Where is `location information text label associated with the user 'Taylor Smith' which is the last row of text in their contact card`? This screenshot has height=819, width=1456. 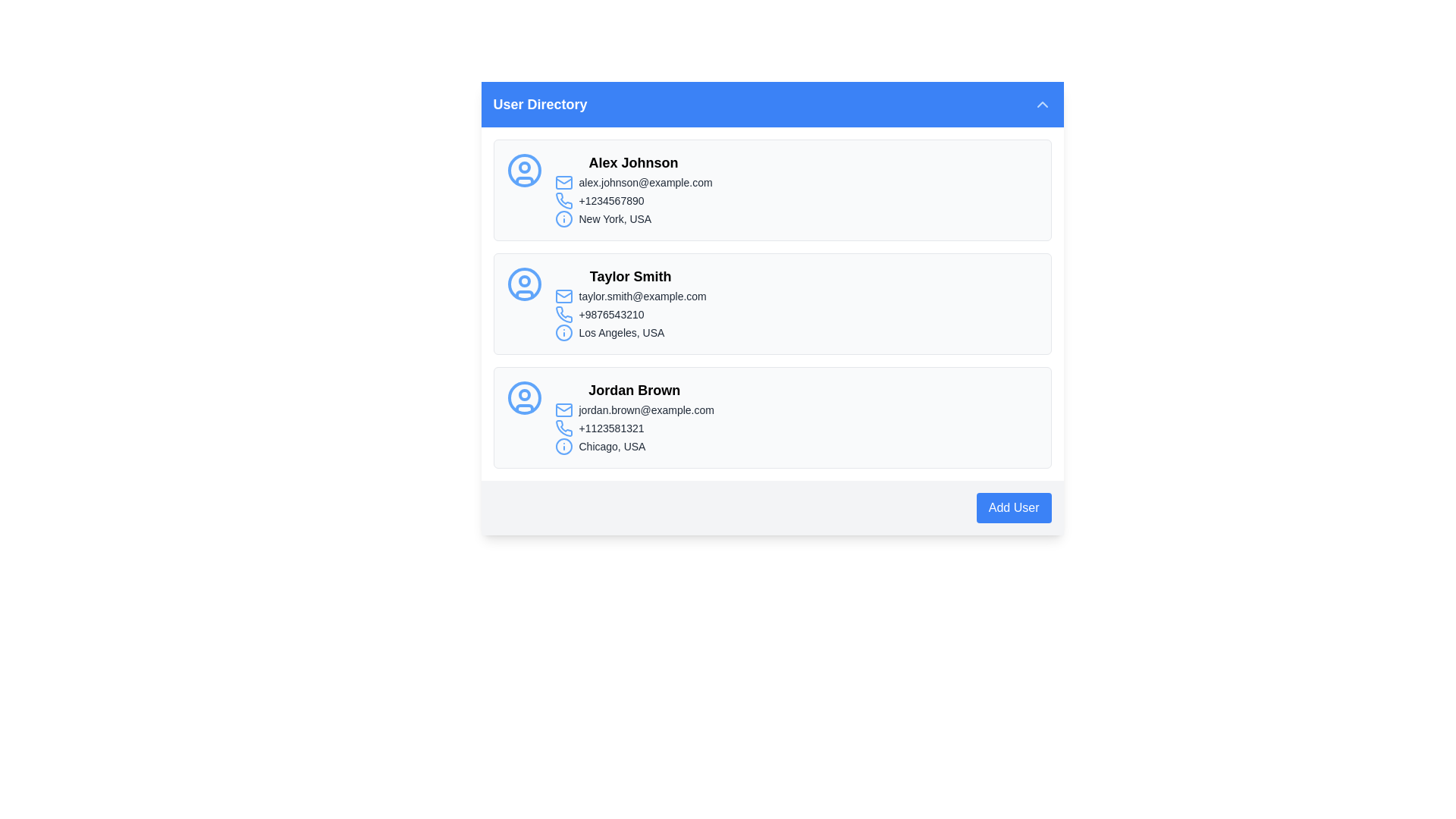
location information text label associated with the user 'Taylor Smith' which is the last row of text in their contact card is located at coordinates (630, 332).